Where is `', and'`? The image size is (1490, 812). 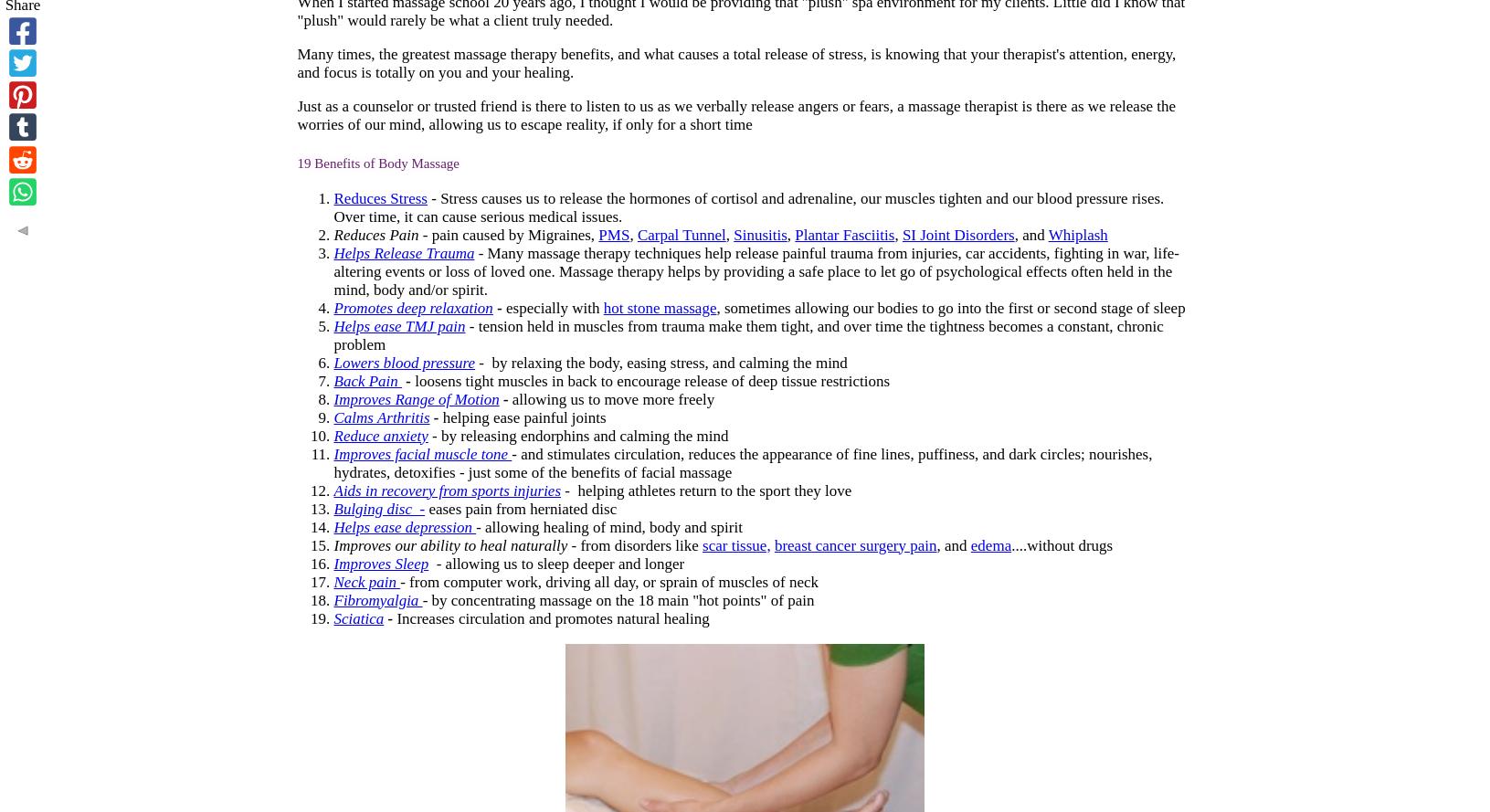
', and' is located at coordinates (952, 543).